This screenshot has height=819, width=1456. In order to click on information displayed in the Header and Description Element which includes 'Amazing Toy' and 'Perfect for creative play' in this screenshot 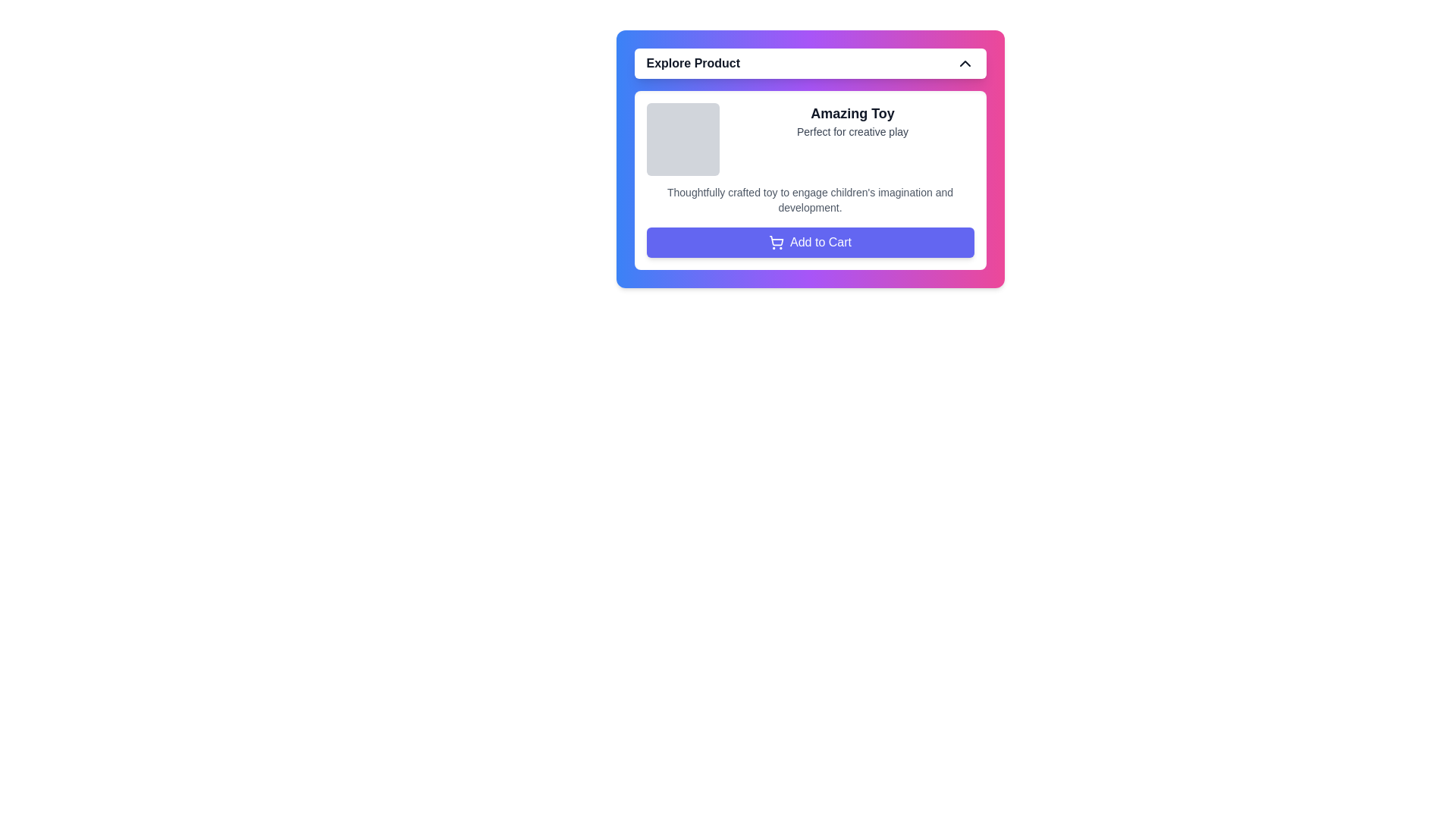, I will do `click(809, 140)`.